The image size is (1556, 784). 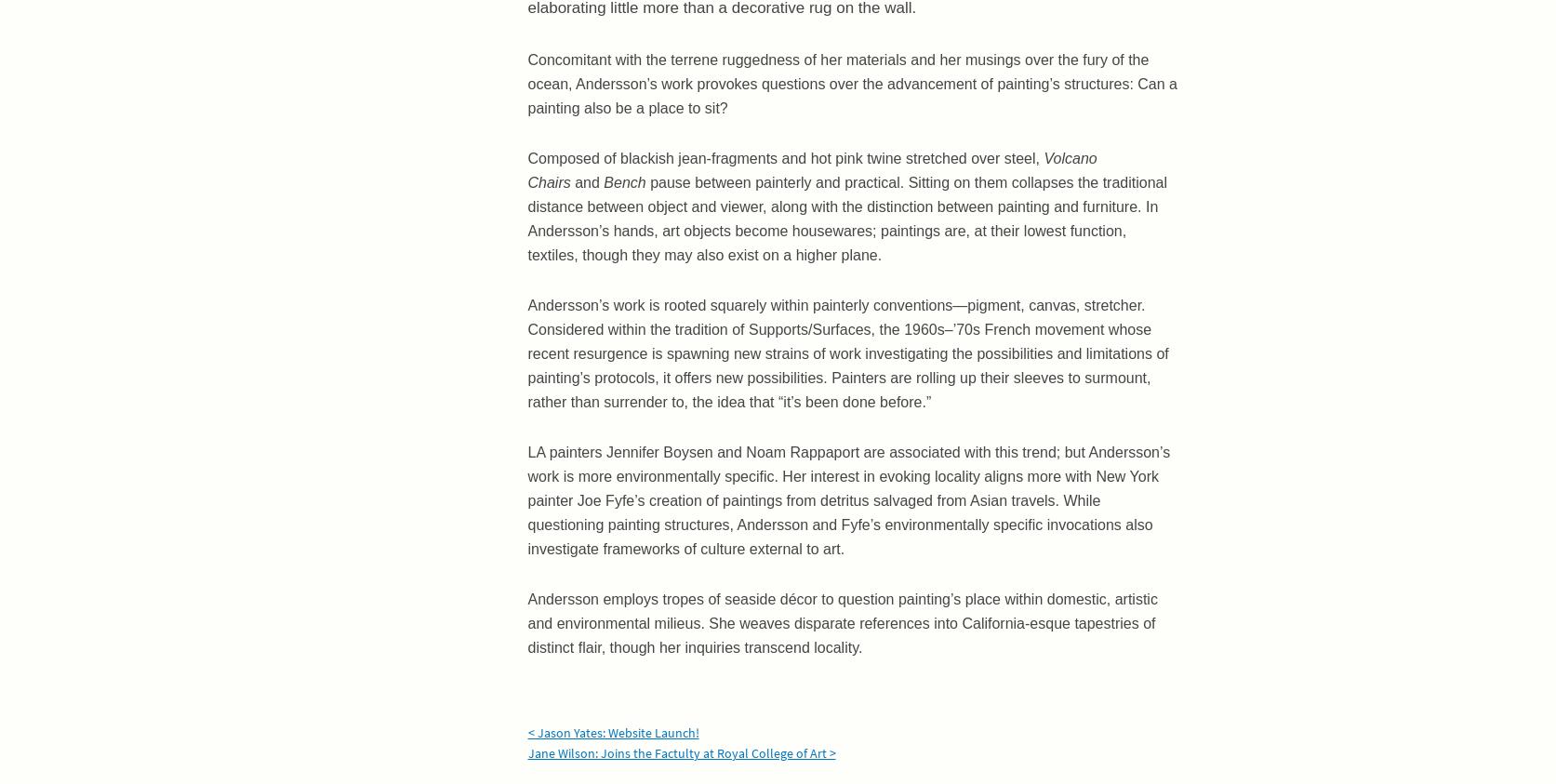 What do you see at coordinates (623, 181) in the screenshot?
I see `'Bench'` at bounding box center [623, 181].